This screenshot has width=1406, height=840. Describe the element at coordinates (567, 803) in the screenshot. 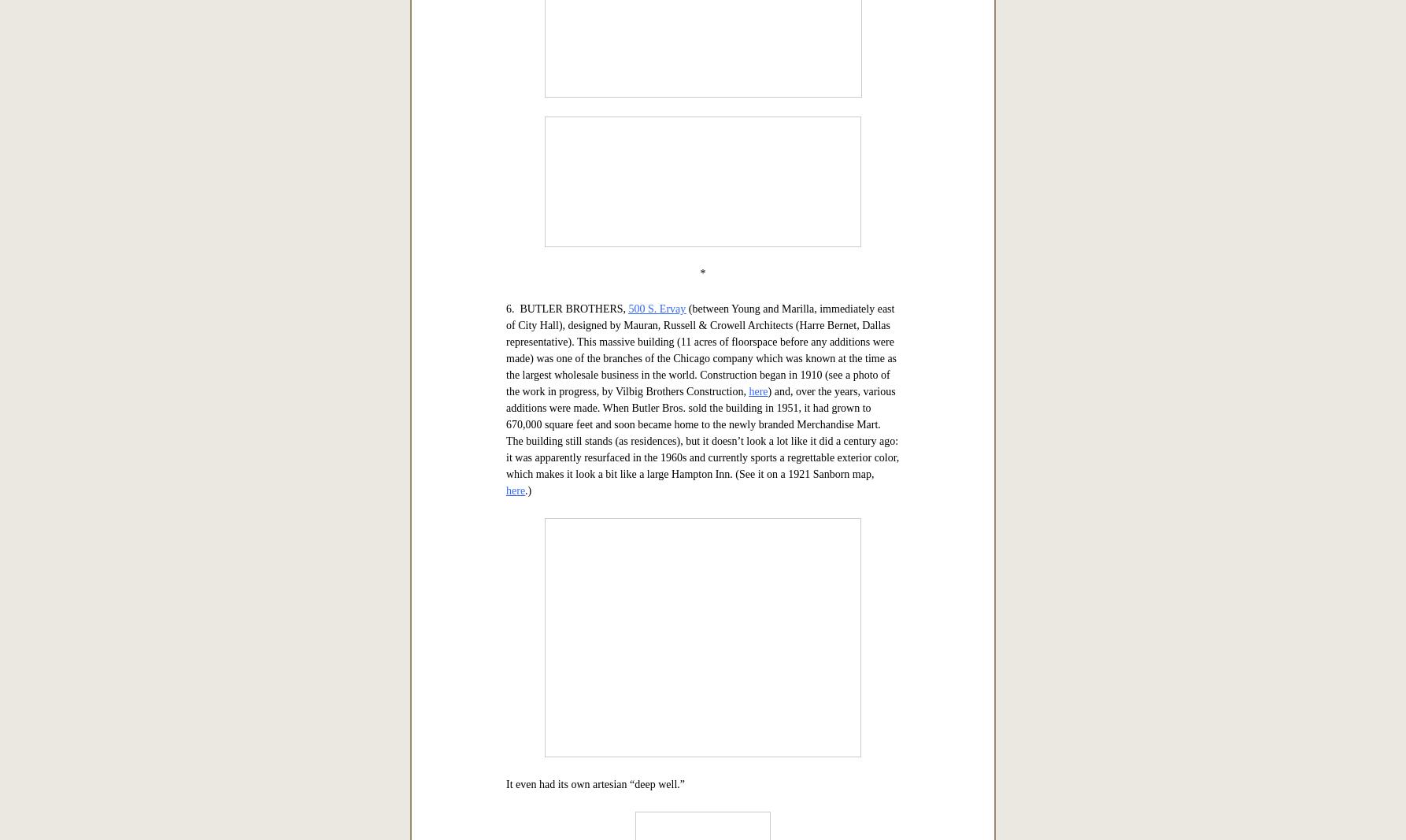

I see `'6.  BUTLER BROTHERS,'` at that location.